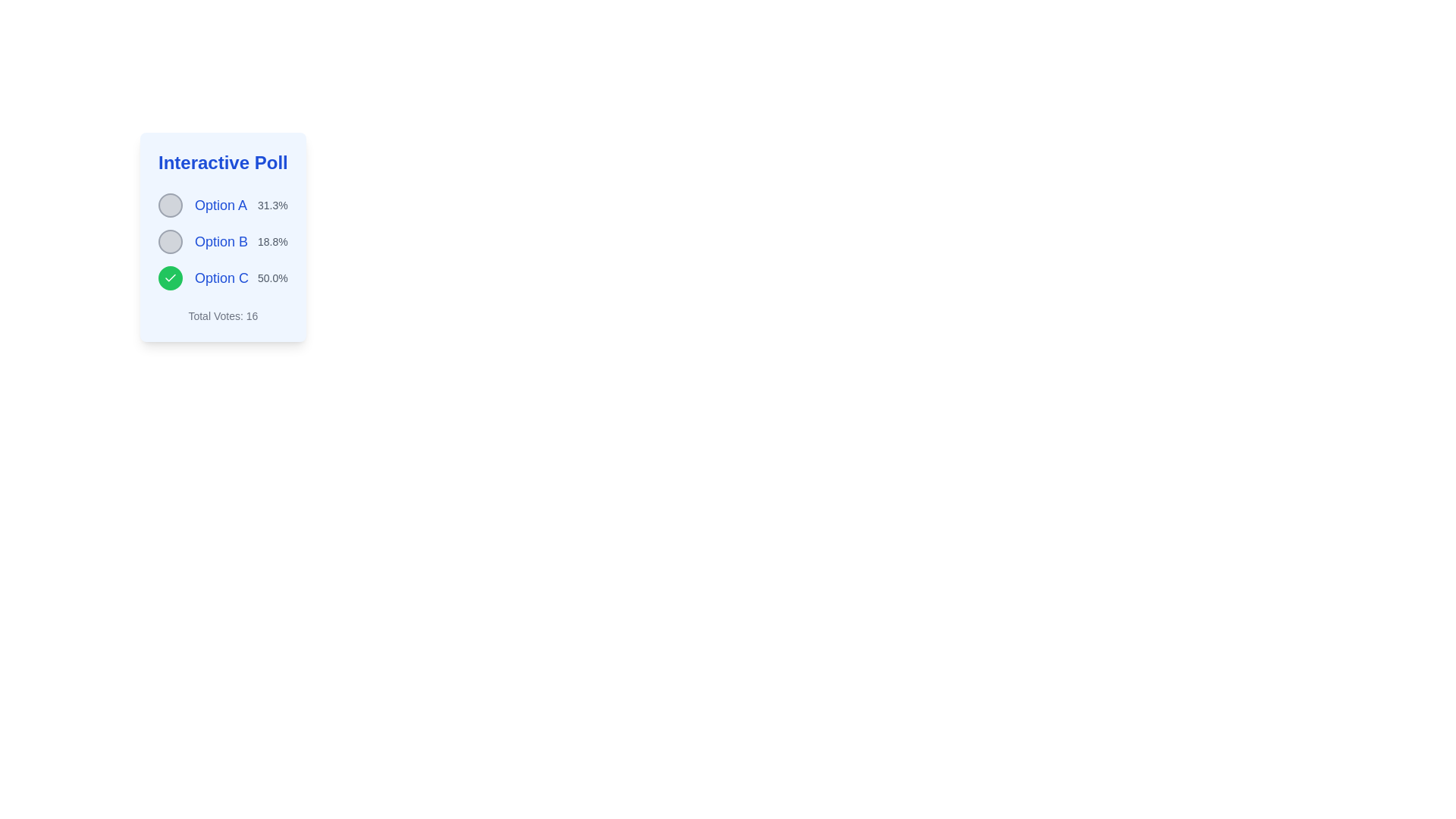 The image size is (1456, 819). Describe the element at coordinates (222, 315) in the screenshot. I see `total number of votes displayed in the text located at the bottom of the poll card` at that location.